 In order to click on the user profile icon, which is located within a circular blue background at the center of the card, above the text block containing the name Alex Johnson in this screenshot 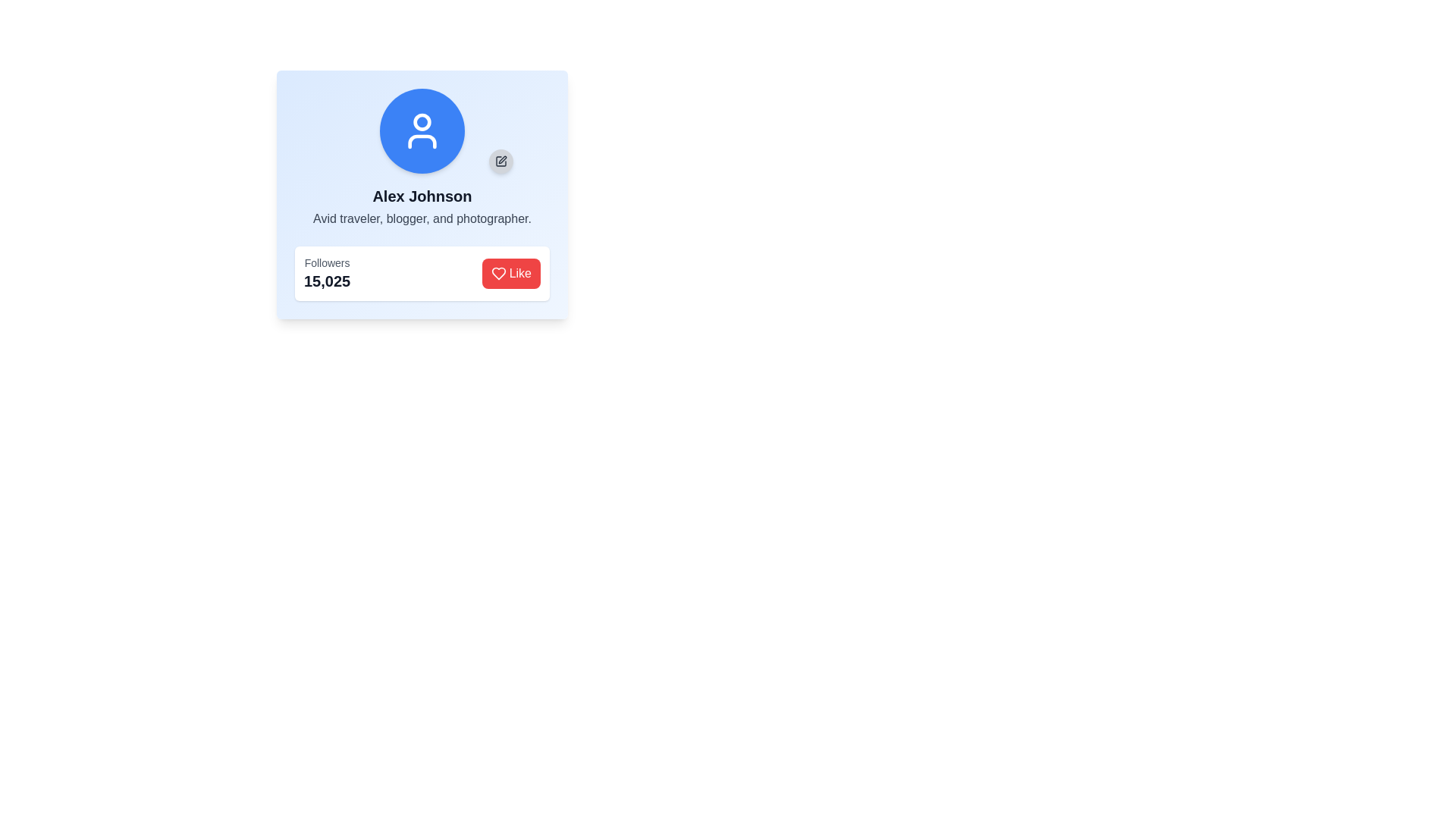, I will do `click(422, 130)`.